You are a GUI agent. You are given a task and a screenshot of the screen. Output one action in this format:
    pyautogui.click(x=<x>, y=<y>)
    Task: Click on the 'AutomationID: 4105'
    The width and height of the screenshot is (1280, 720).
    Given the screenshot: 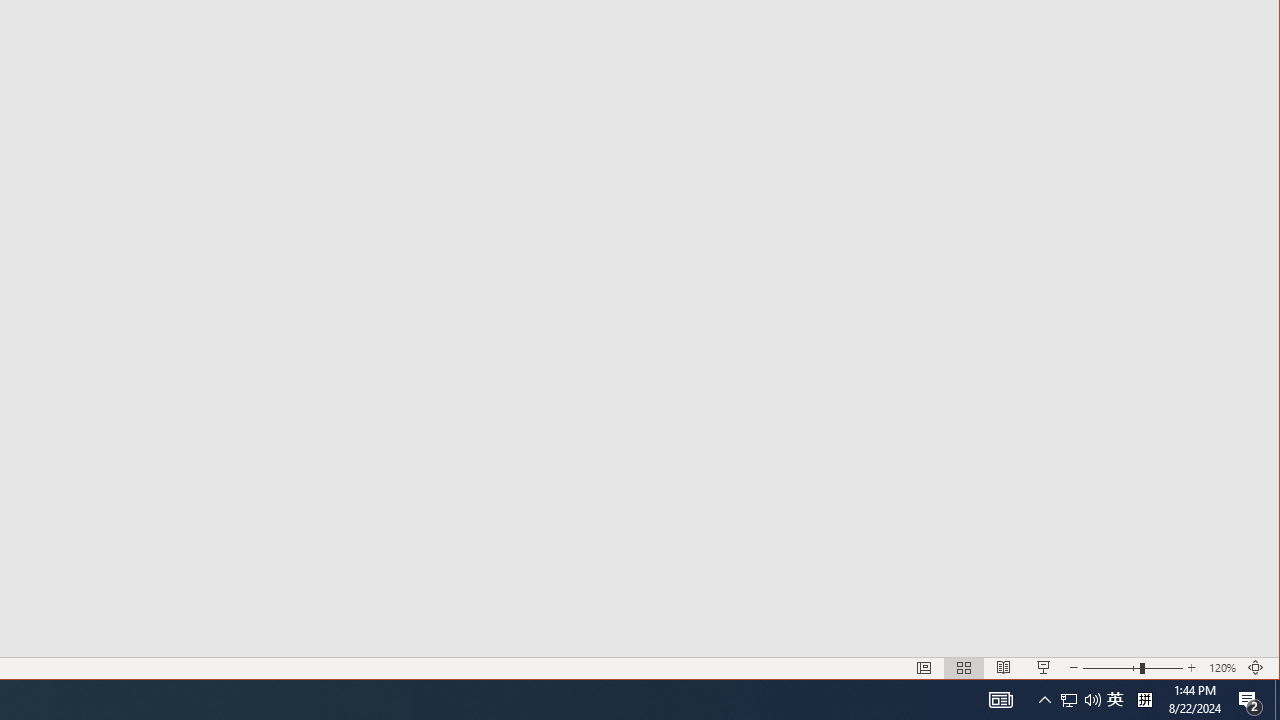 What is the action you would take?
    pyautogui.click(x=1000, y=698)
    